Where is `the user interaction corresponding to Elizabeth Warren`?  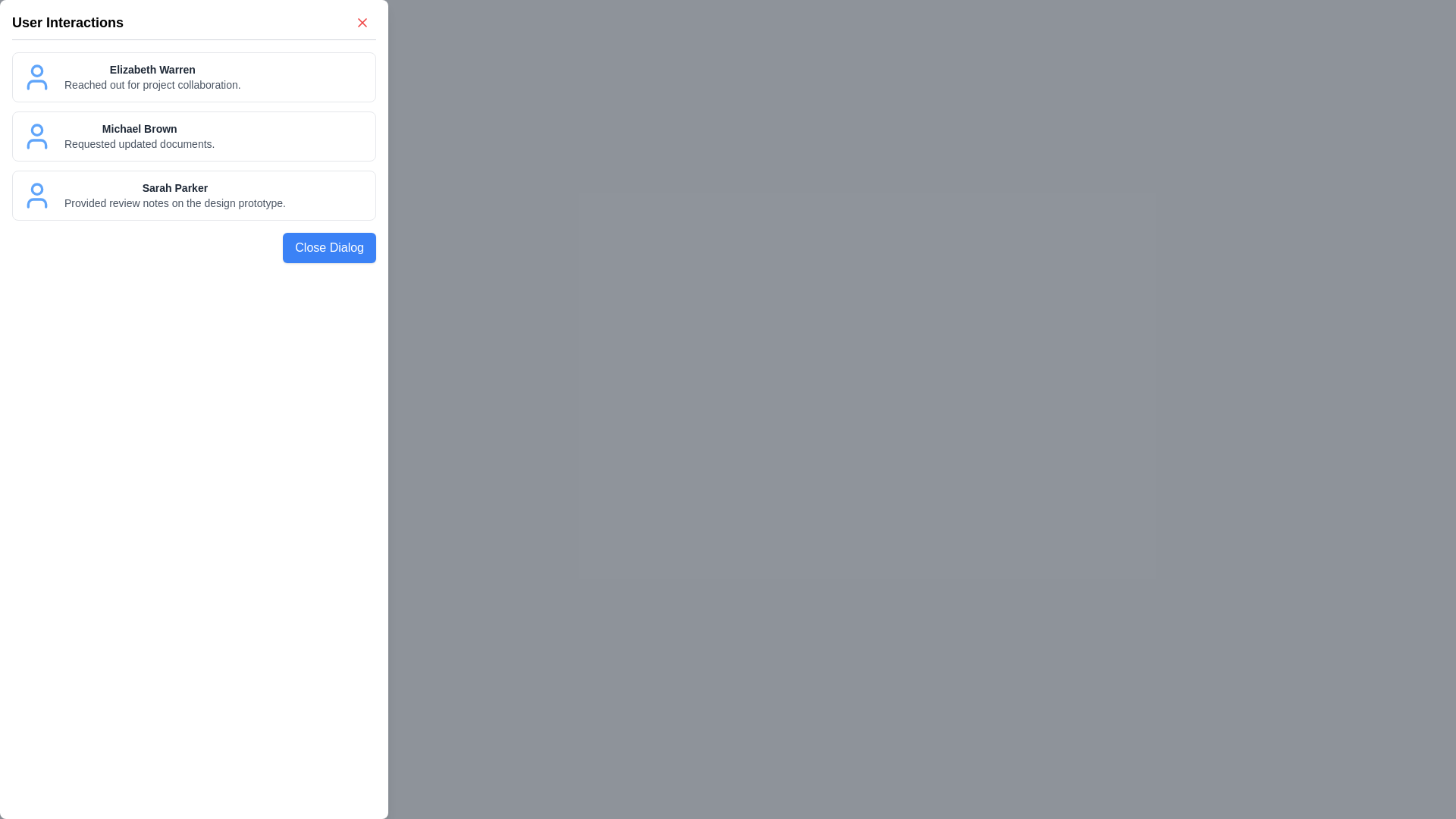 the user interaction corresponding to Elizabeth Warren is located at coordinates (193, 77).